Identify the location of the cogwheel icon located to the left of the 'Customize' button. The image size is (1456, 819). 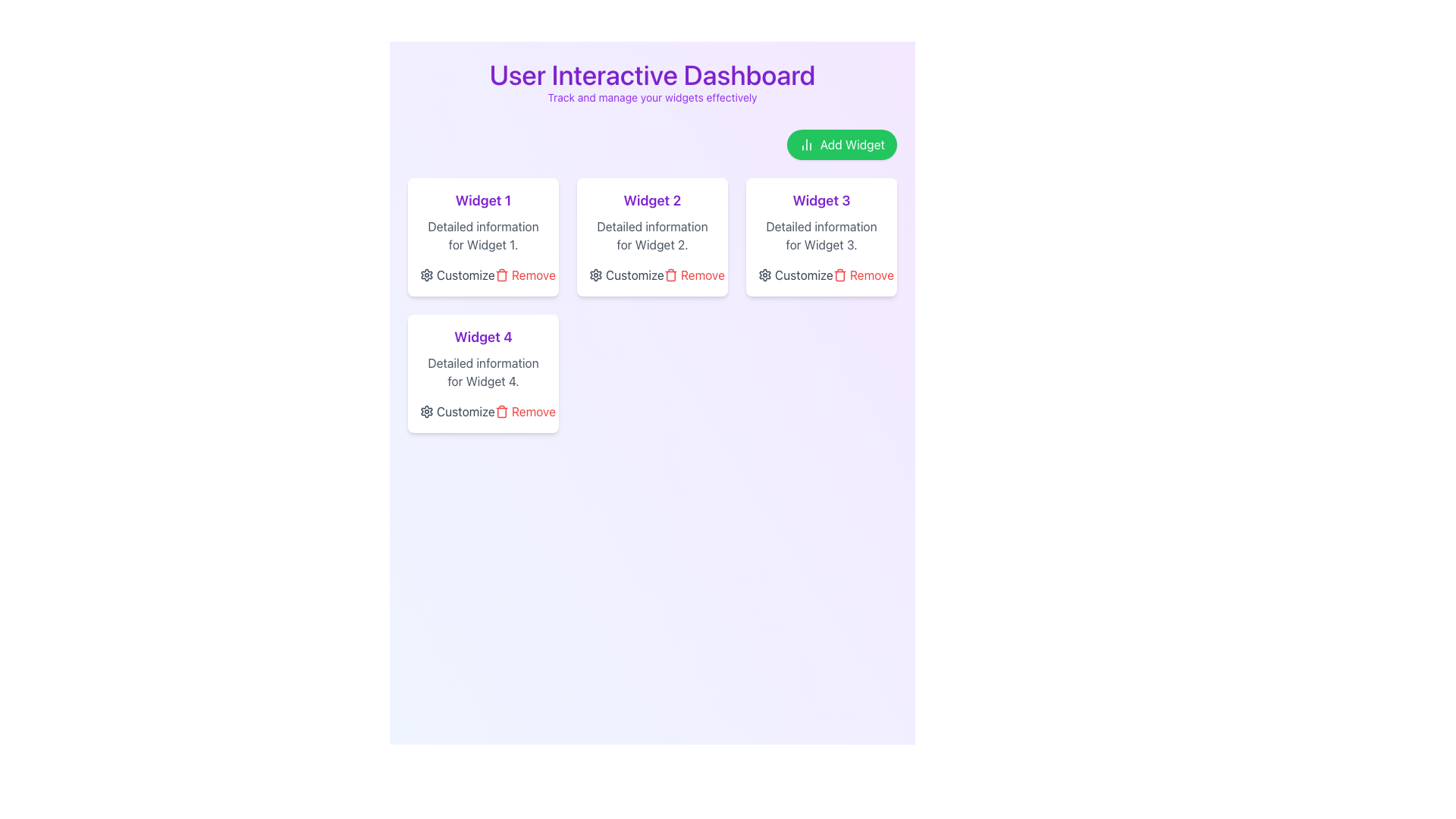
(425, 412).